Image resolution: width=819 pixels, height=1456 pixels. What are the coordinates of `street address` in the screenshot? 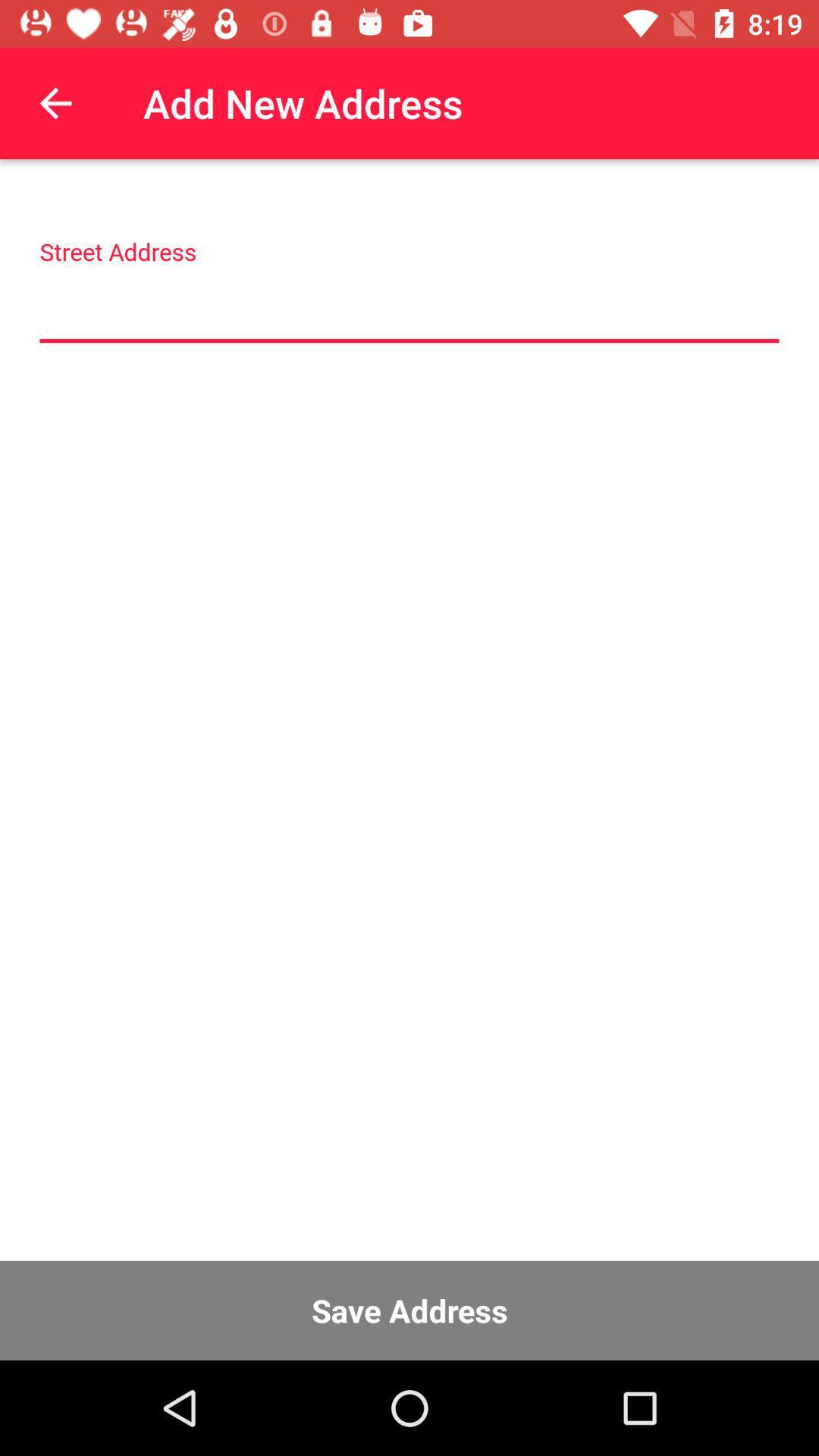 It's located at (409, 307).